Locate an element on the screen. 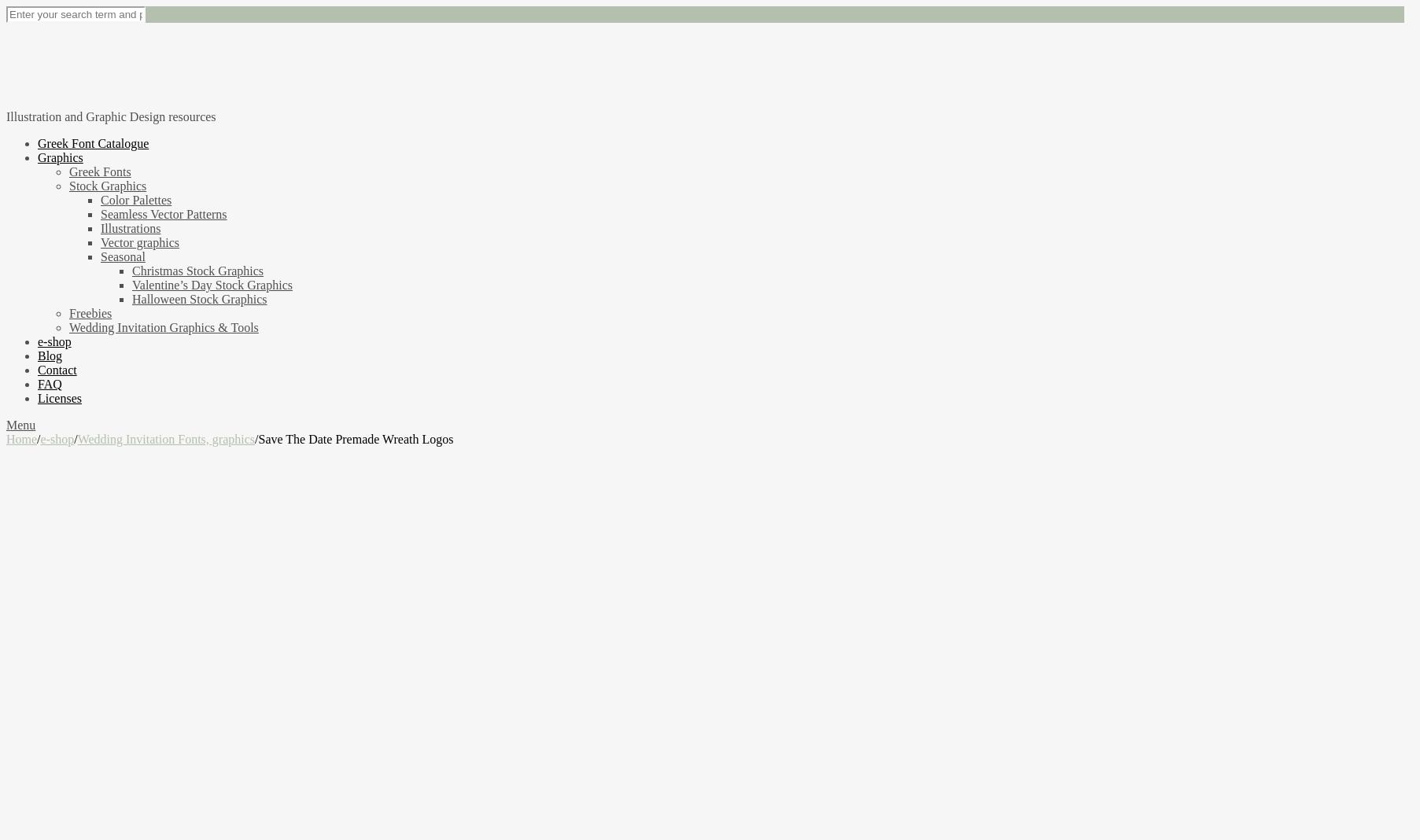 Image resolution: width=1420 pixels, height=840 pixels. 'Contact' is located at coordinates (57, 369).